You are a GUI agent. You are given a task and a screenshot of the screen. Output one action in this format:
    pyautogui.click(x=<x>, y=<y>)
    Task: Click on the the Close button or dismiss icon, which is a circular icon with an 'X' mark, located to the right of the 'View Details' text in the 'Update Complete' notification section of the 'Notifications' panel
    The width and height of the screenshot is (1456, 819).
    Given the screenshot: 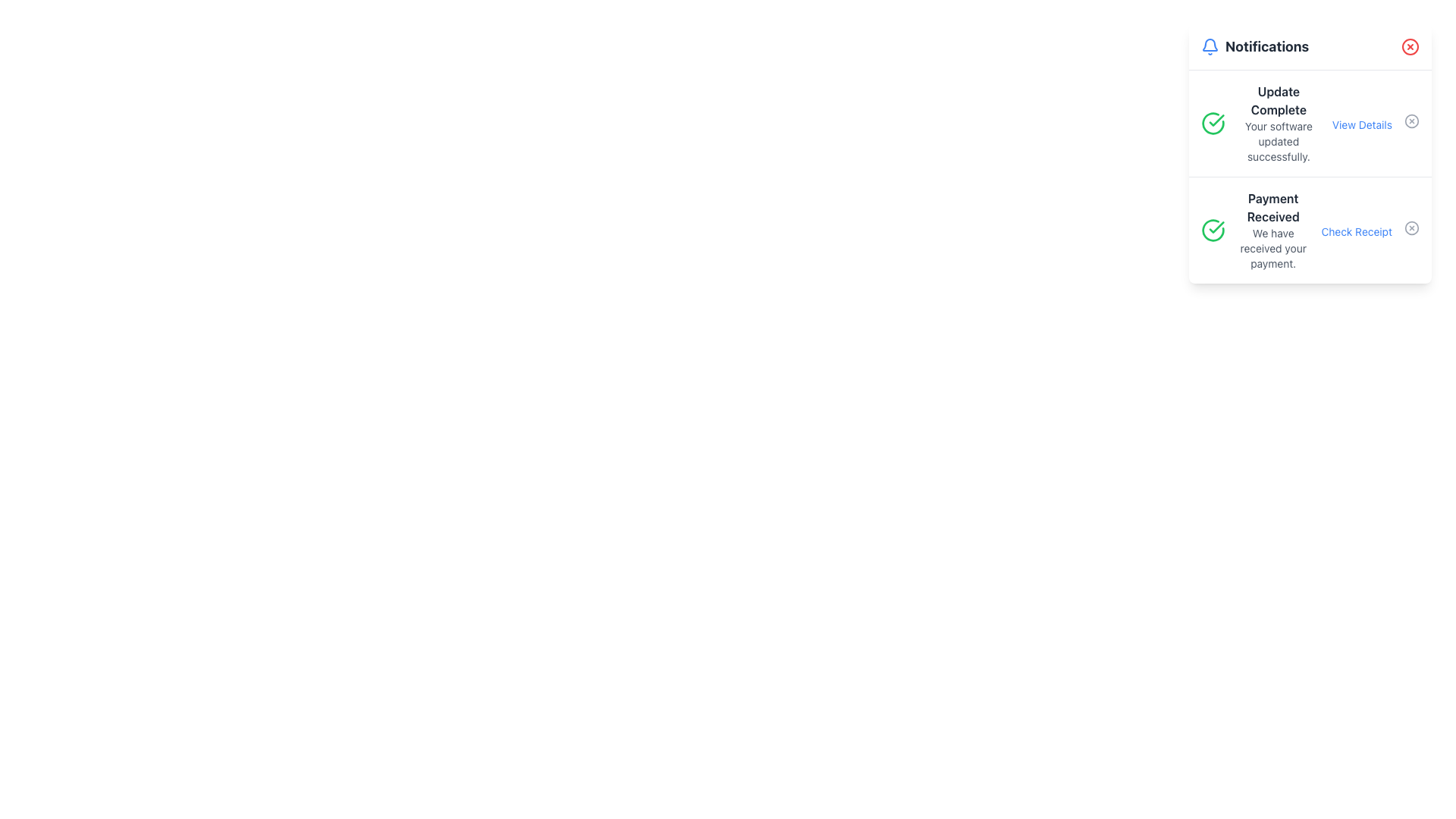 What is the action you would take?
    pyautogui.click(x=1411, y=120)
    